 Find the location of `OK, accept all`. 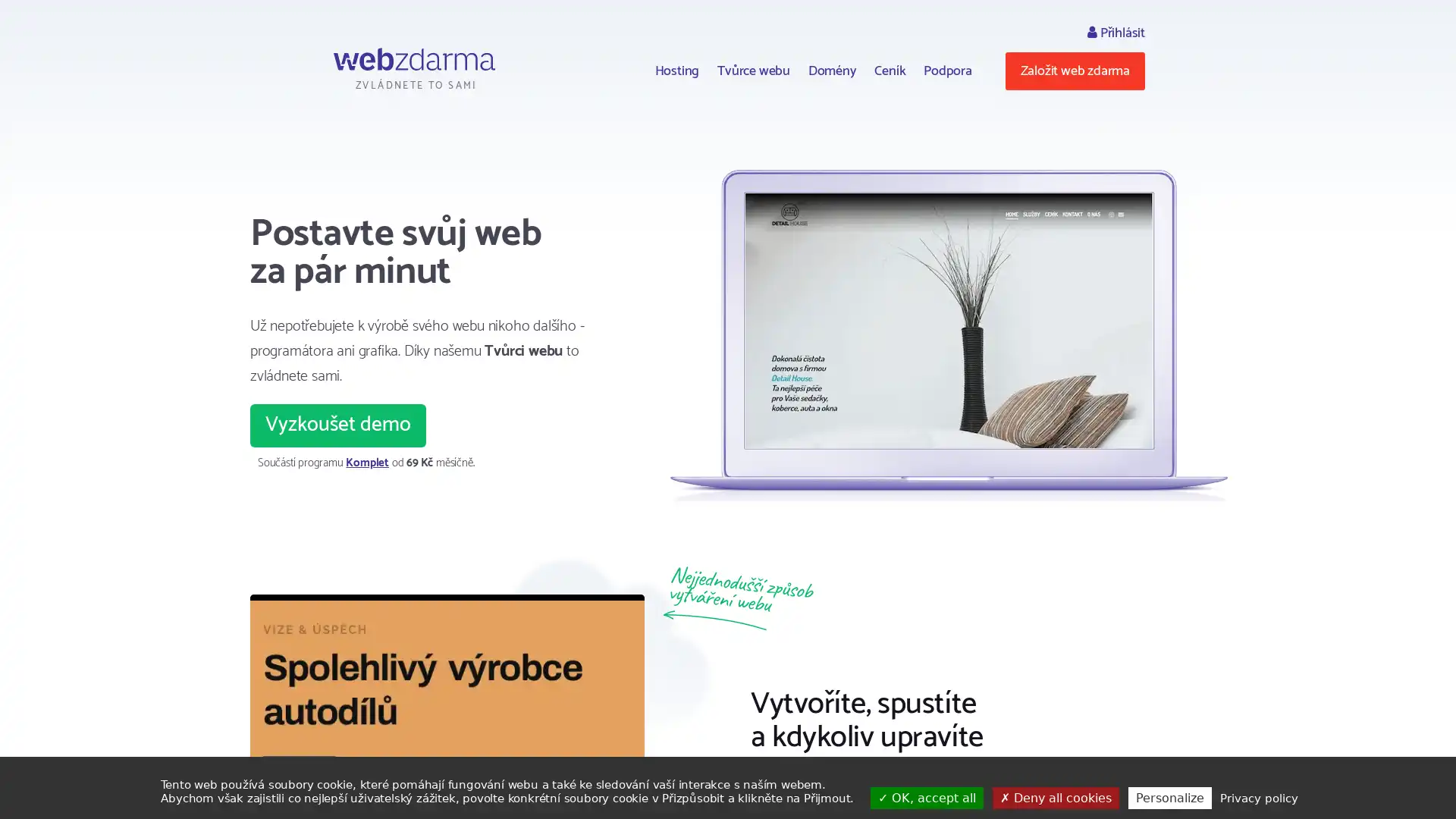

OK, accept all is located at coordinates (926, 797).